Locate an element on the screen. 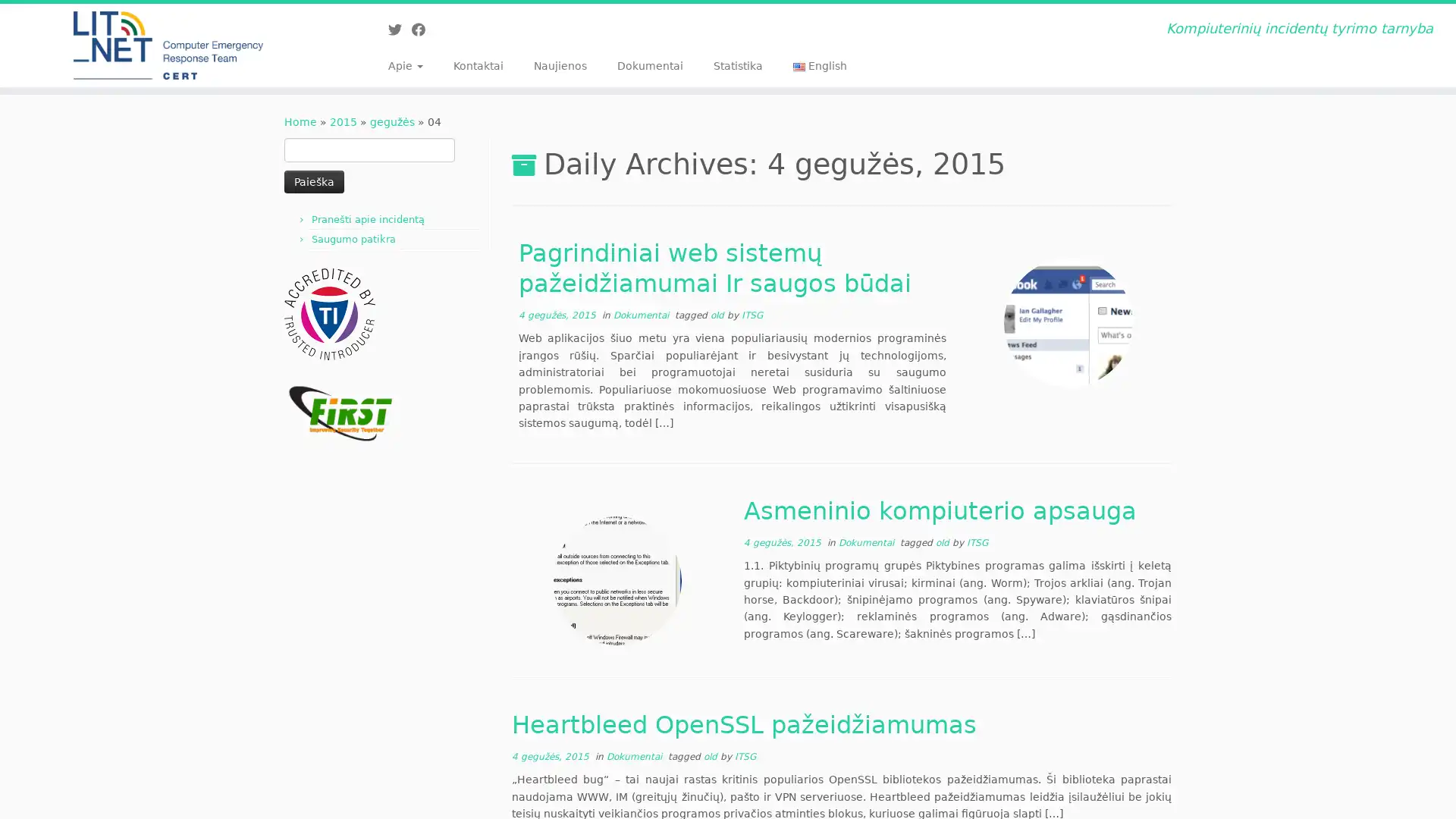  Paieska is located at coordinates (313, 180).